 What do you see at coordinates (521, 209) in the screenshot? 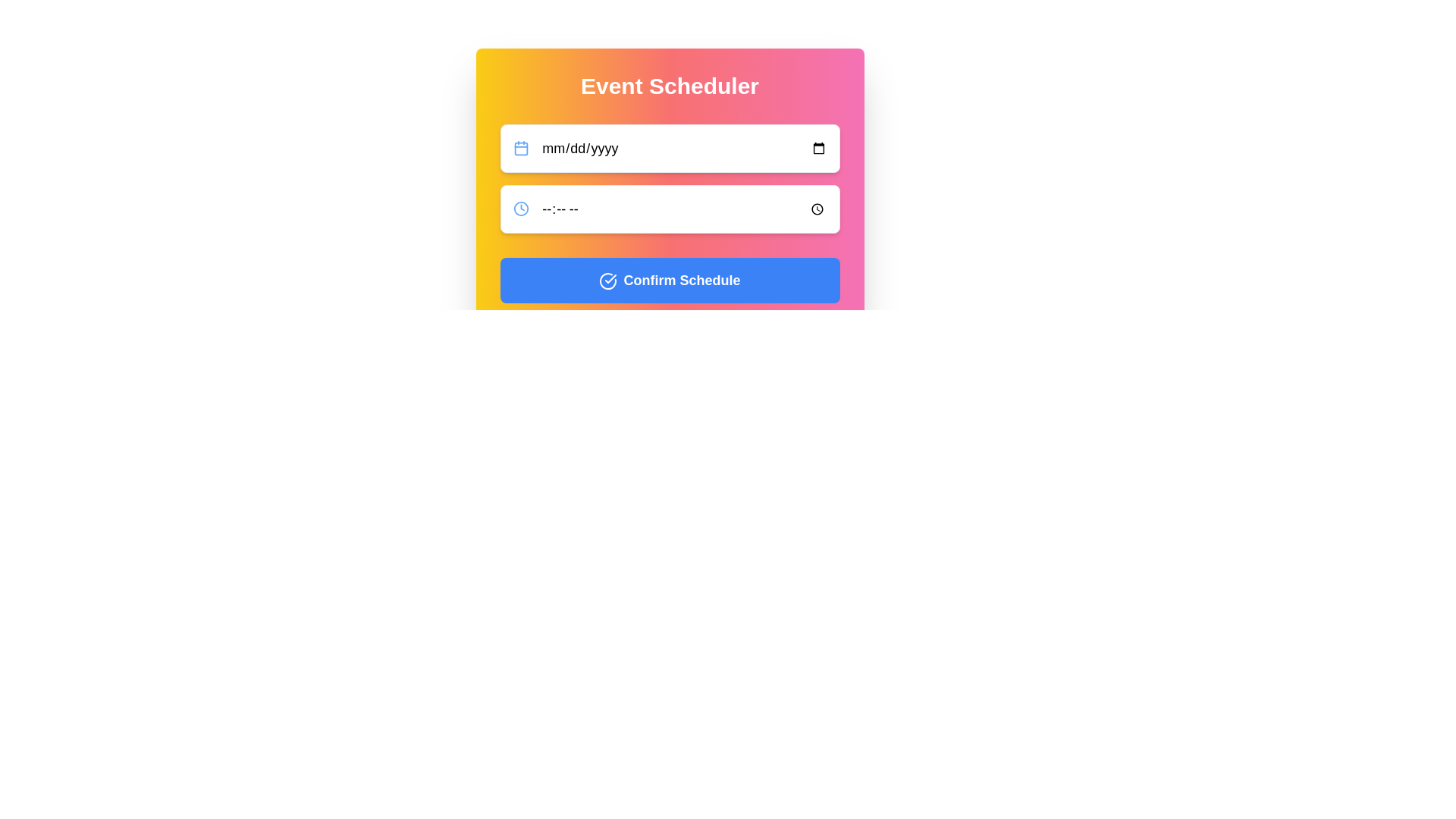
I see `blue clock icon located in the second row under the 'Event Scheduler' heading, to the left of the time input field` at bounding box center [521, 209].